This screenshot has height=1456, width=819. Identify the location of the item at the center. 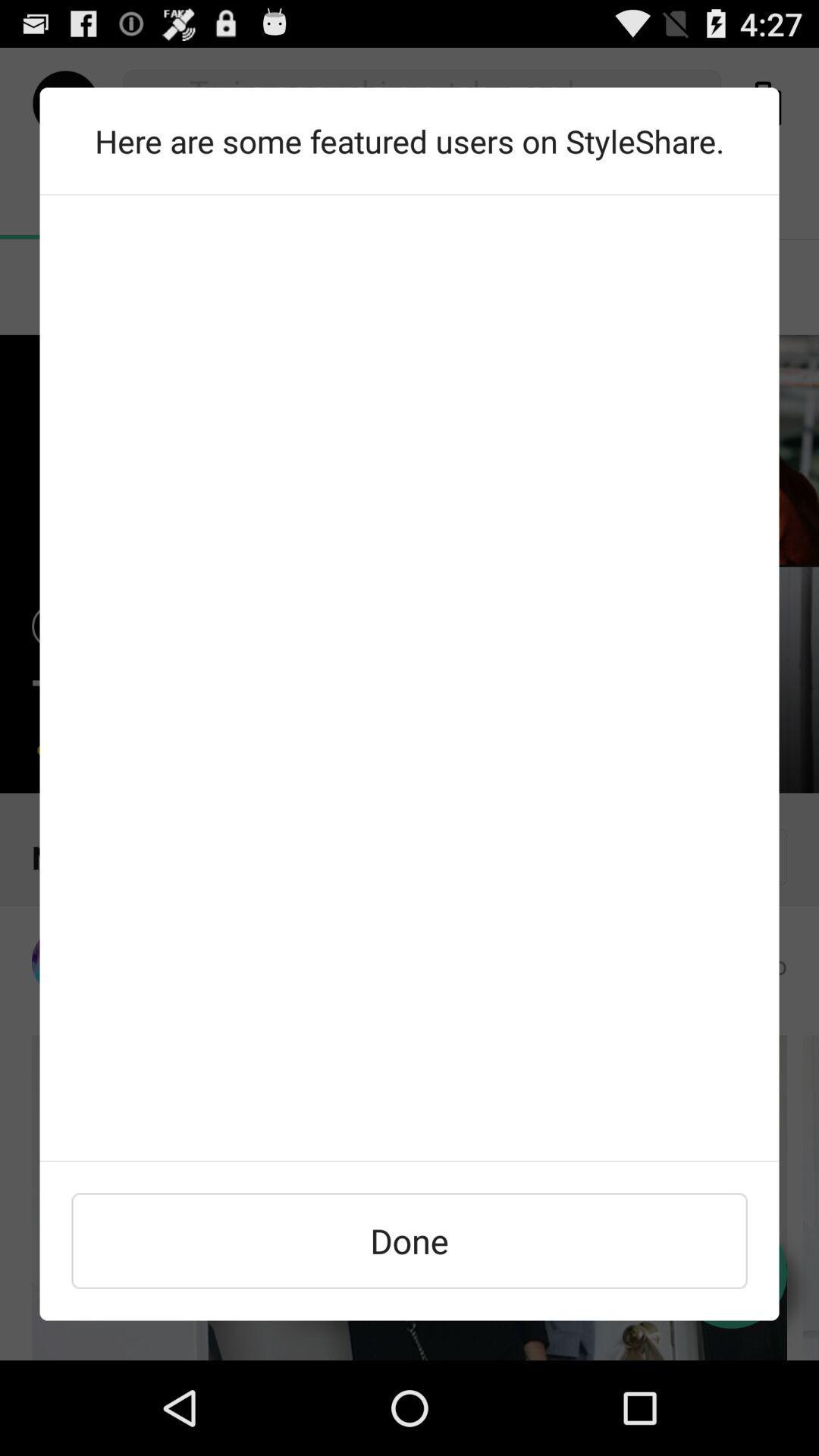
(409, 676).